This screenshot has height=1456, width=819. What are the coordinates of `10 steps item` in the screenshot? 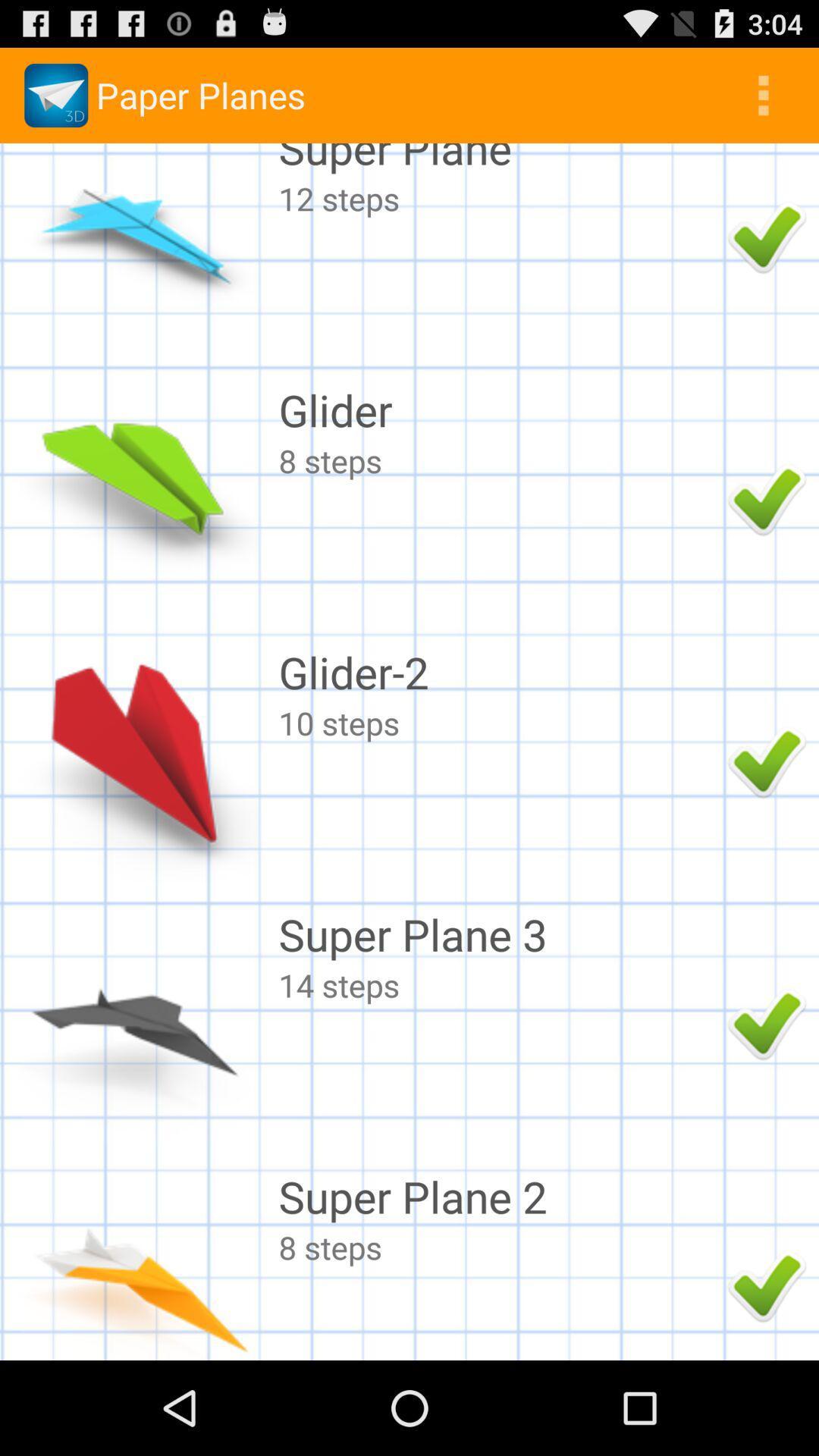 It's located at (499, 722).